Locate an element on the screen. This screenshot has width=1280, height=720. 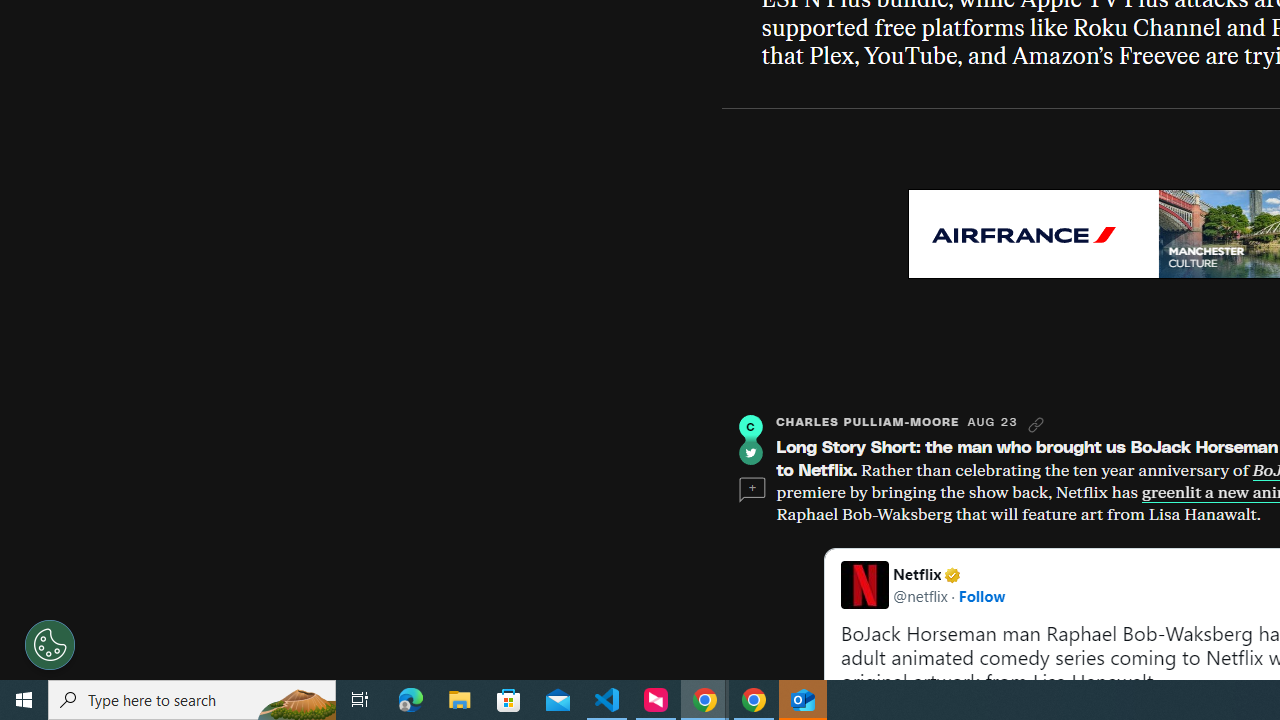
'Copy link' is located at coordinates (1036, 424).